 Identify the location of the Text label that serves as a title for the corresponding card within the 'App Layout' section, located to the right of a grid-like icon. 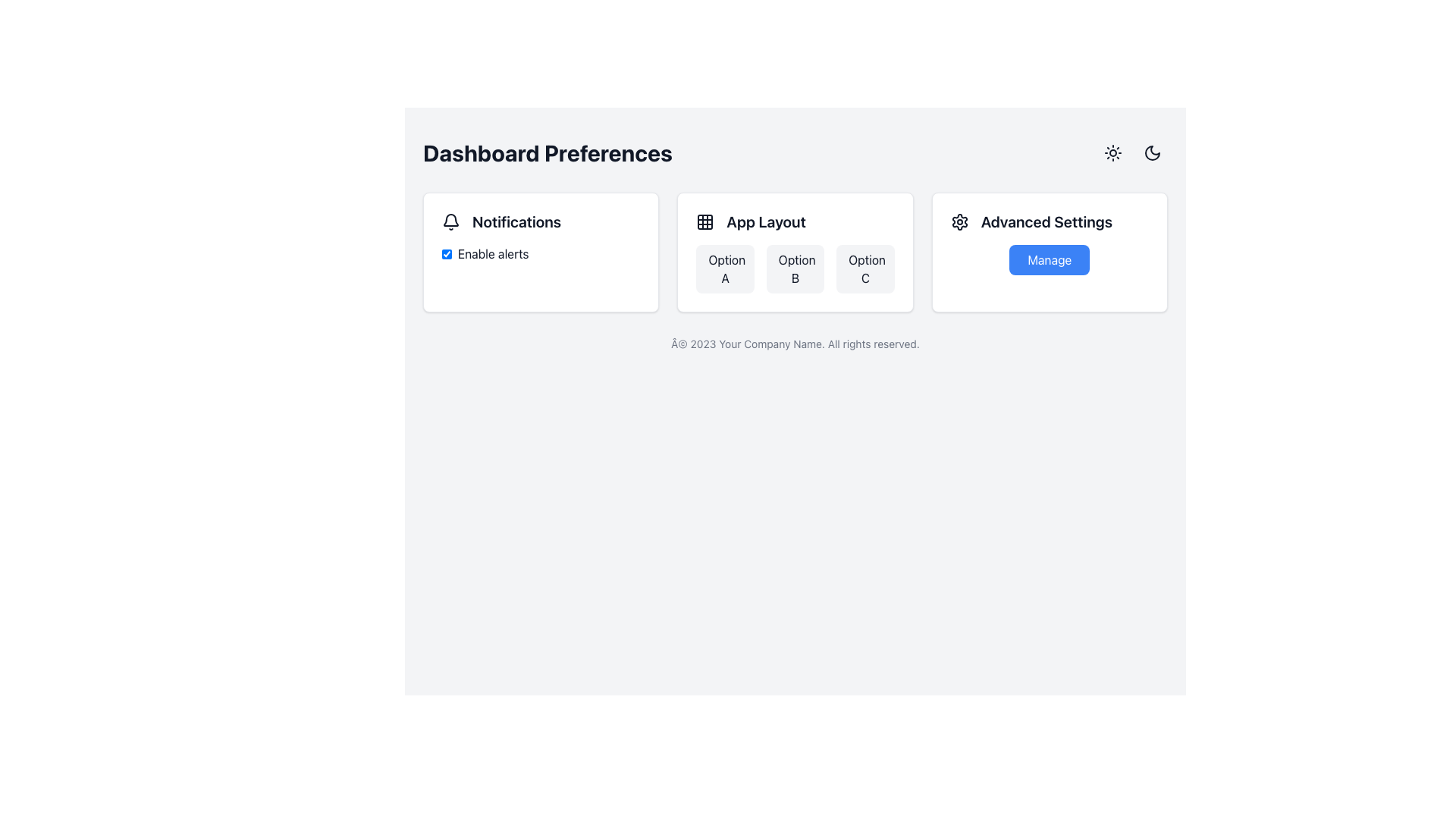
(766, 222).